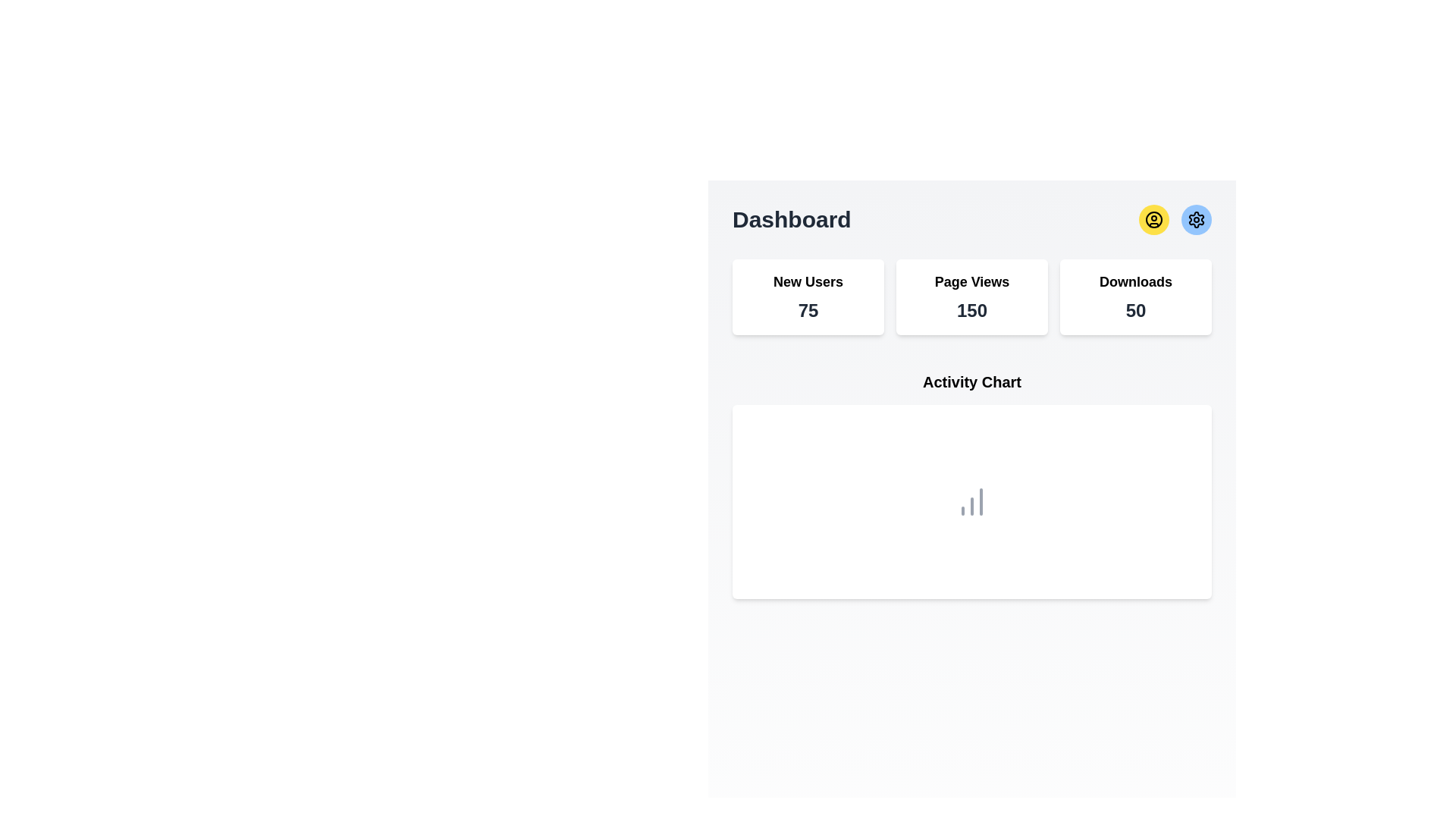 Image resolution: width=1456 pixels, height=819 pixels. What do you see at coordinates (1135, 297) in the screenshot?
I see `the Statistic Card displaying the number of downloads, which is the third card from left to right in the grid layout, positioned to the right of the 'Page Views' card and below the 'Dashboard' header text` at bounding box center [1135, 297].